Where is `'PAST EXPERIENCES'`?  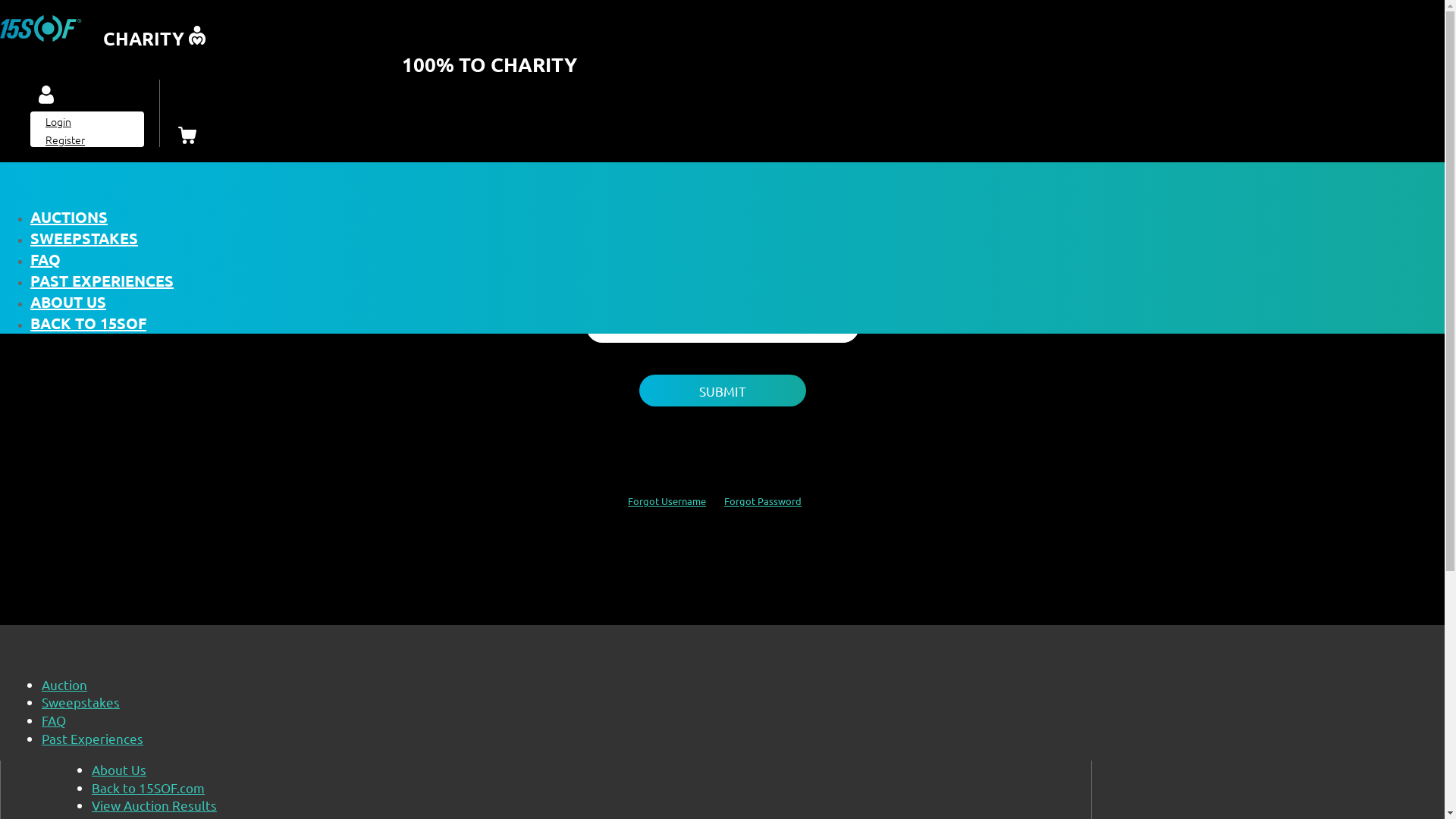 'PAST EXPERIENCES' is located at coordinates (101, 281).